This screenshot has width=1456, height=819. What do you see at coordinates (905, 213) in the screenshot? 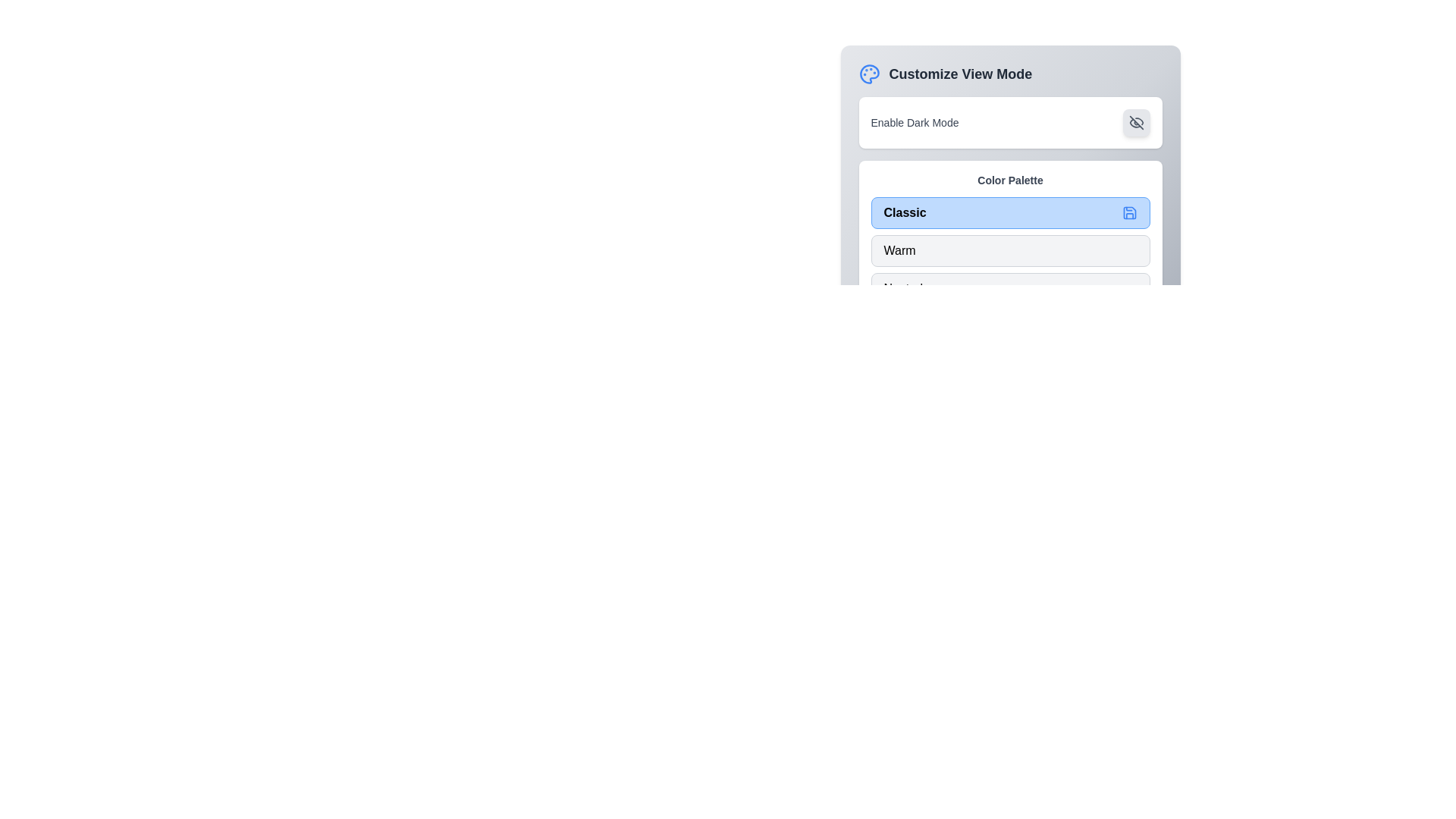
I see `the text label 'Classic' which is in bold style within a light blue rounded rectangular section in the 'Color Palette' group` at bounding box center [905, 213].